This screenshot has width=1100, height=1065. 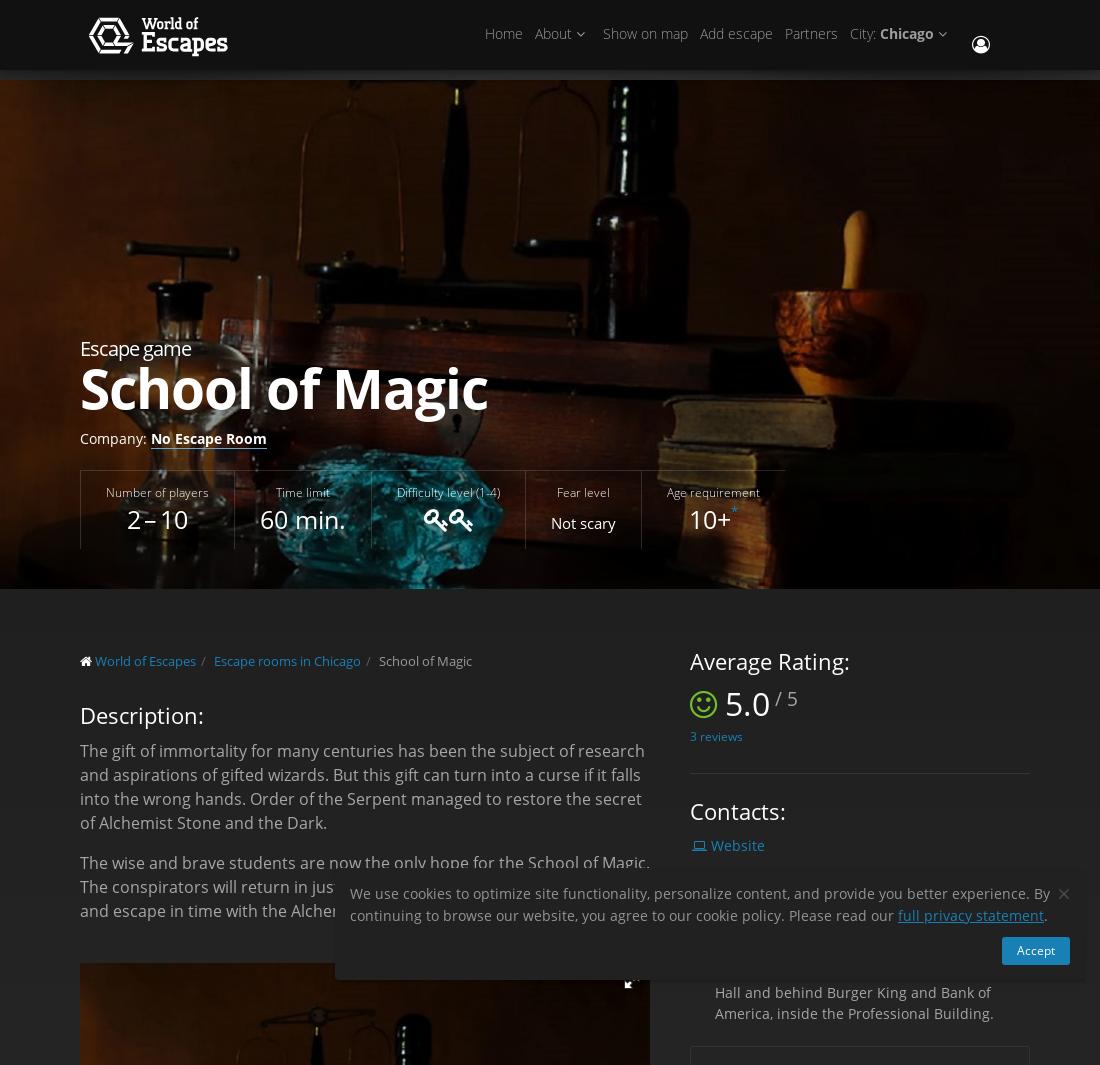 I want to click on 'Chicago', so click(x=906, y=37).